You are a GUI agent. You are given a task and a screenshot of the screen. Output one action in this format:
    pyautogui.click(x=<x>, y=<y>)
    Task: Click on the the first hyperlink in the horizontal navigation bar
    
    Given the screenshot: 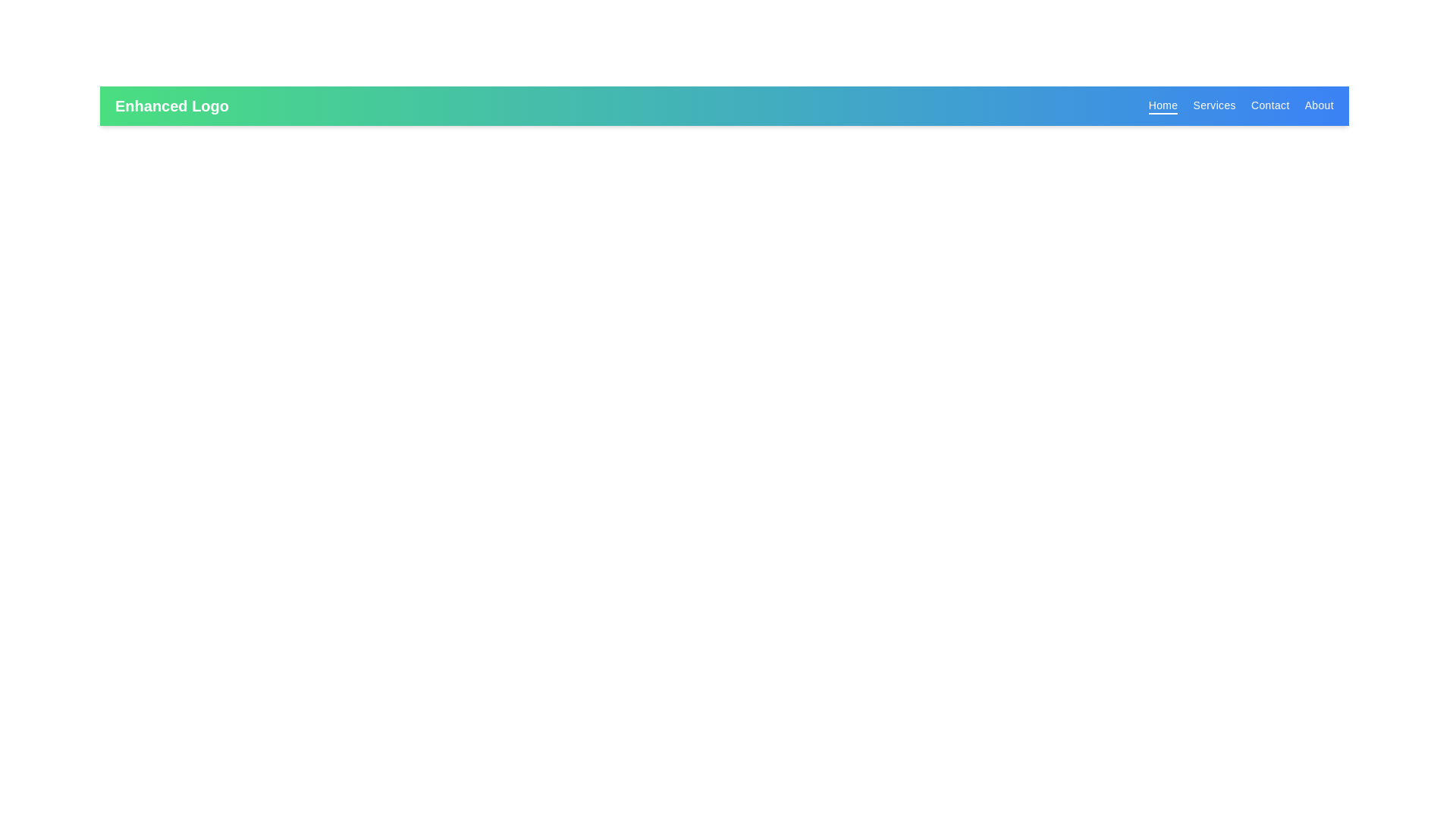 What is the action you would take?
    pyautogui.click(x=1163, y=105)
    